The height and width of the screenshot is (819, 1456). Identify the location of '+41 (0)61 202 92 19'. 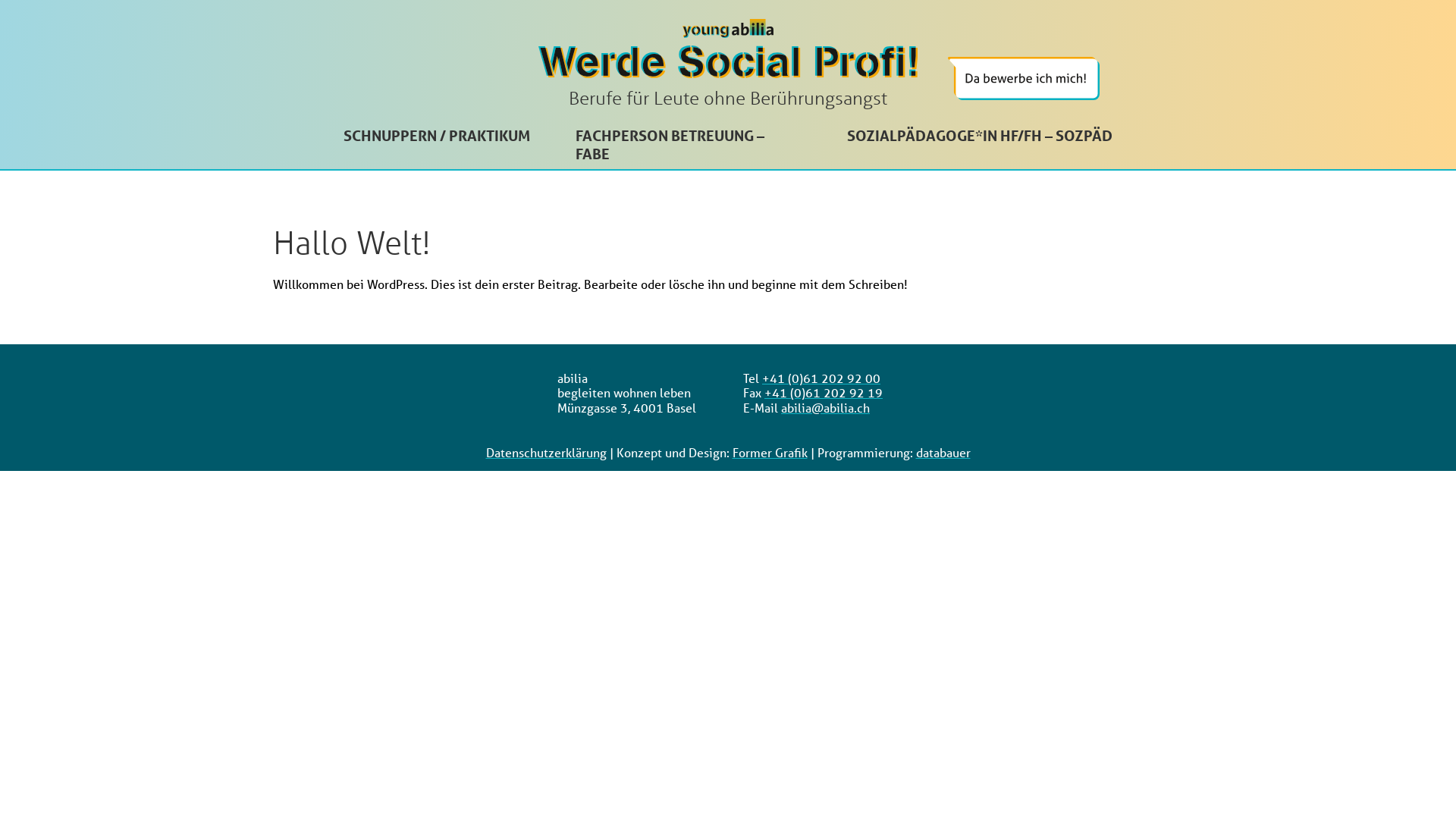
(822, 391).